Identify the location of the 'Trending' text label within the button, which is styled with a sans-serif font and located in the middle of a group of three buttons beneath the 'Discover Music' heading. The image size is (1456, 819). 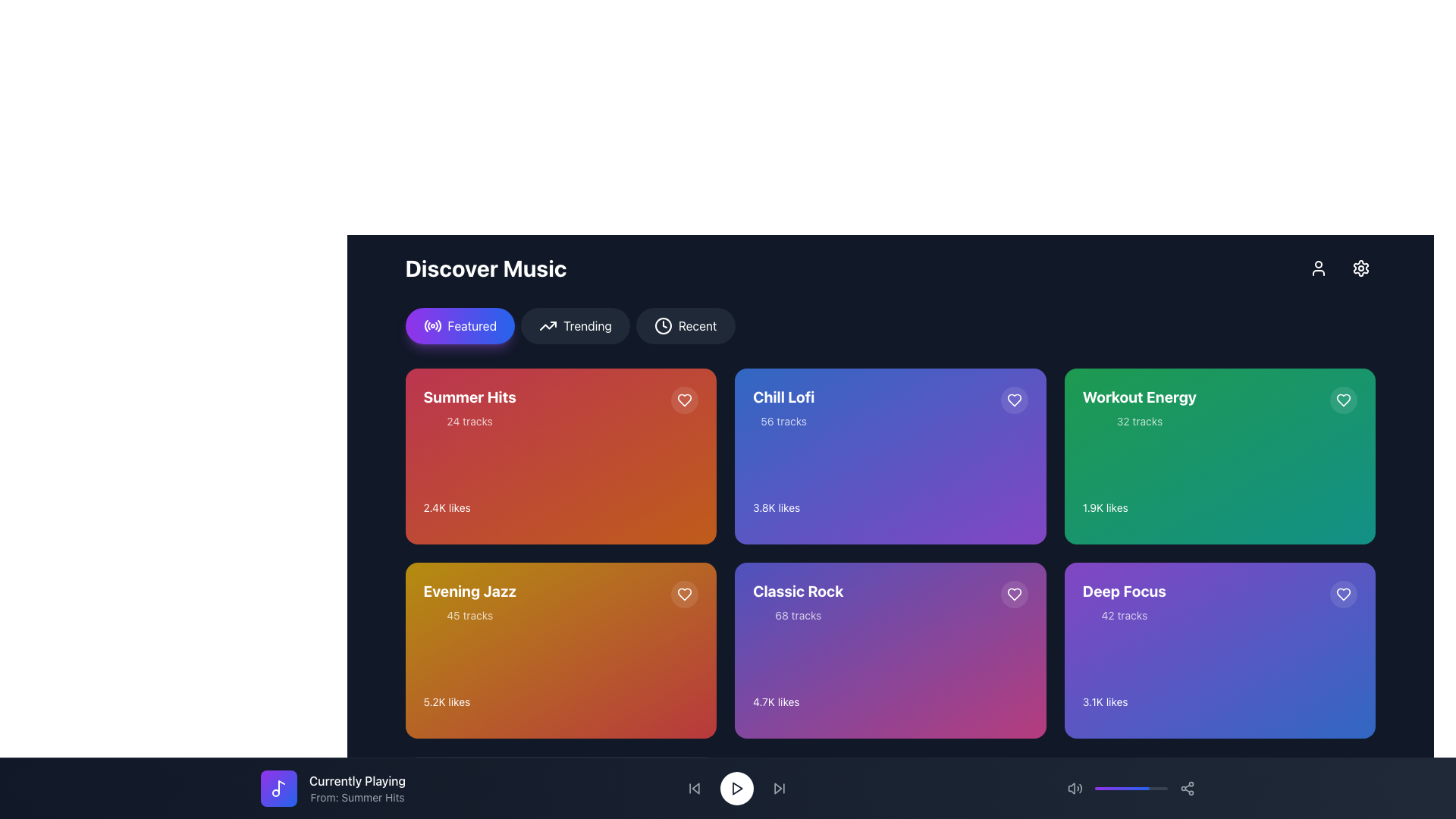
(586, 325).